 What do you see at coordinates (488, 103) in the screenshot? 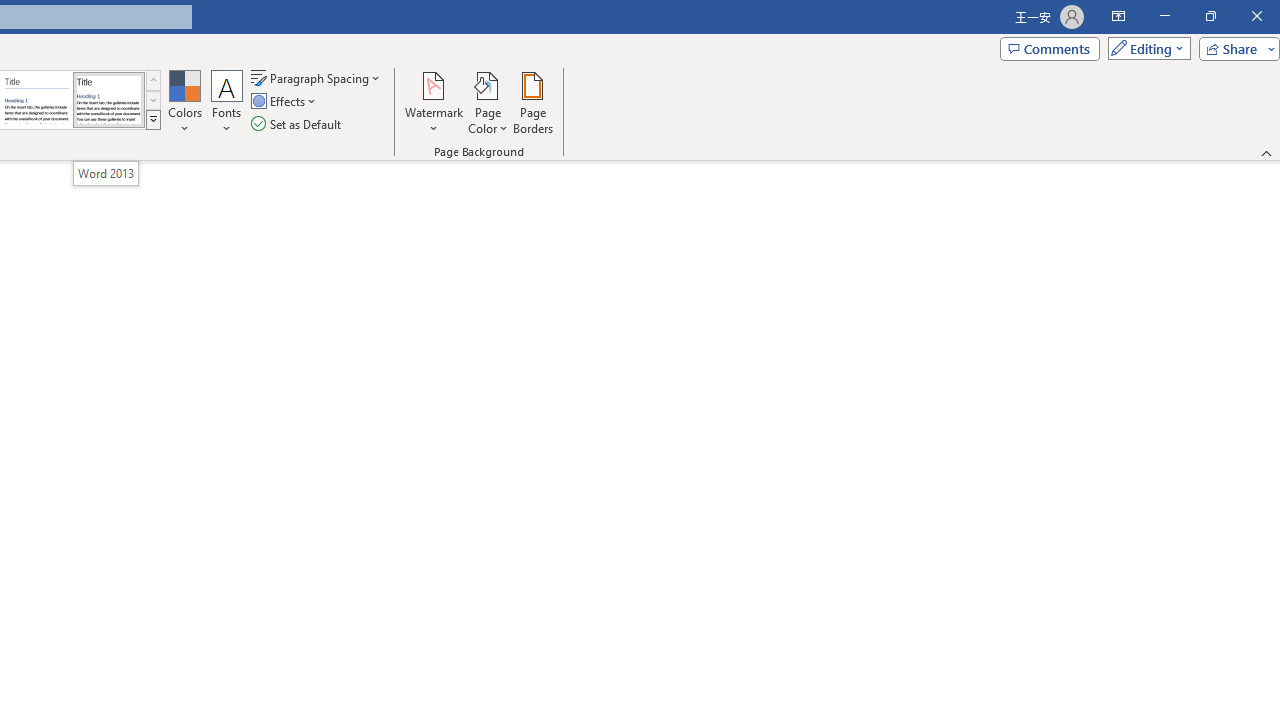
I see `'Page Color'` at bounding box center [488, 103].